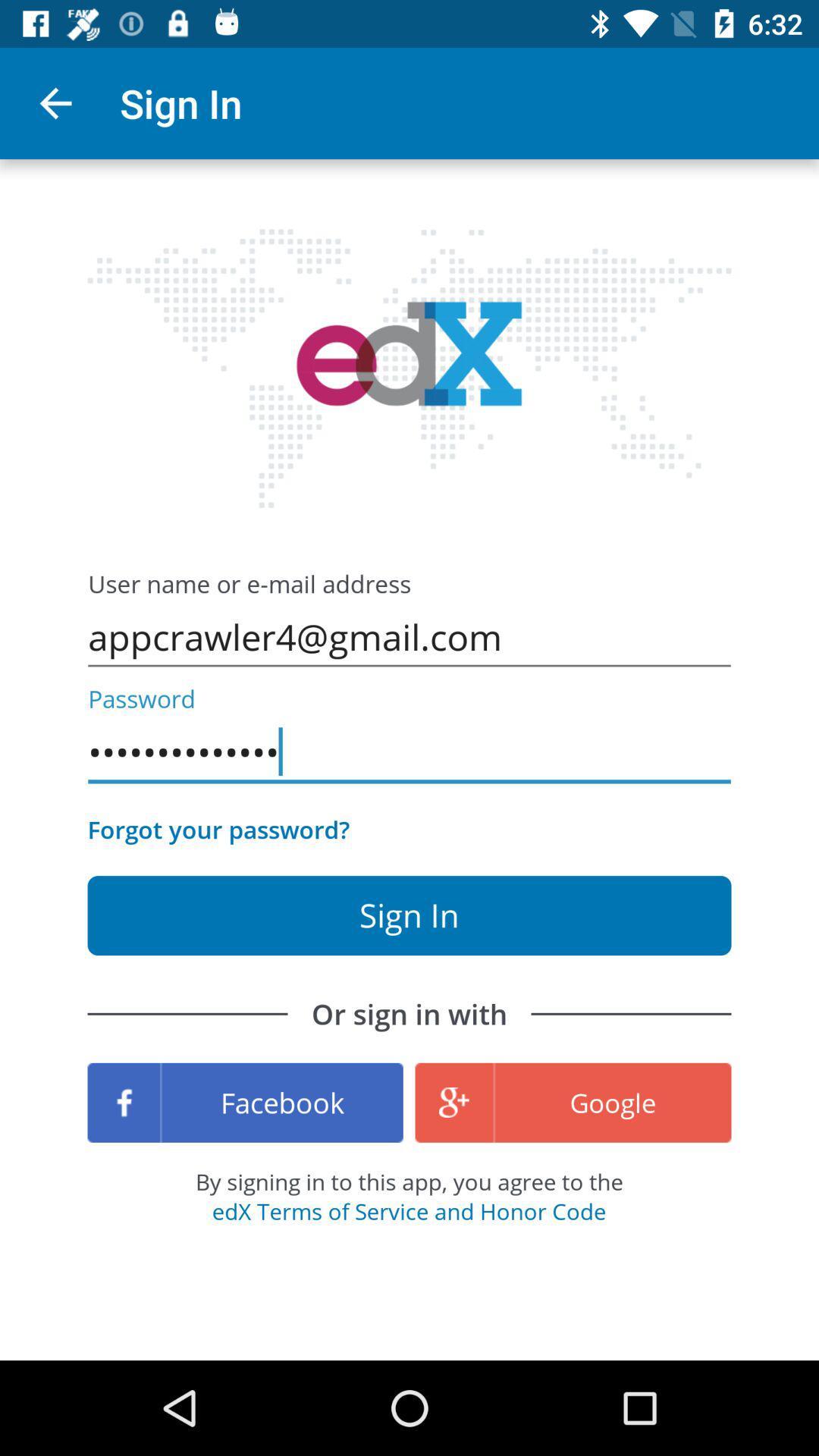 The width and height of the screenshot is (819, 1456). I want to click on the forgot your password?, so click(218, 828).